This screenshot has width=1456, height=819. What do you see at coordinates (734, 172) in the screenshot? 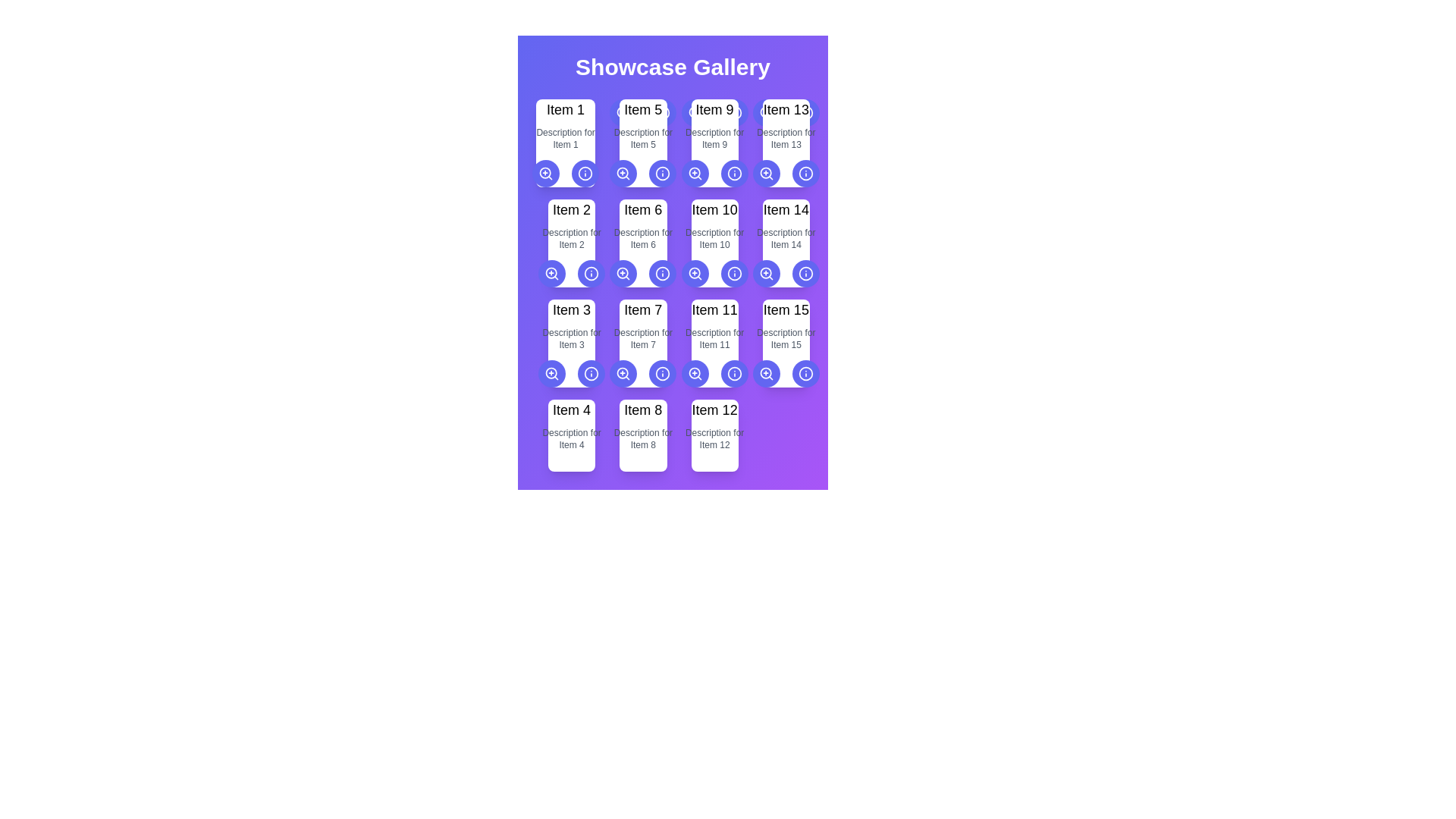
I see `the inner info icon located within the circular button in the lower right corner of Item 9` at bounding box center [734, 172].